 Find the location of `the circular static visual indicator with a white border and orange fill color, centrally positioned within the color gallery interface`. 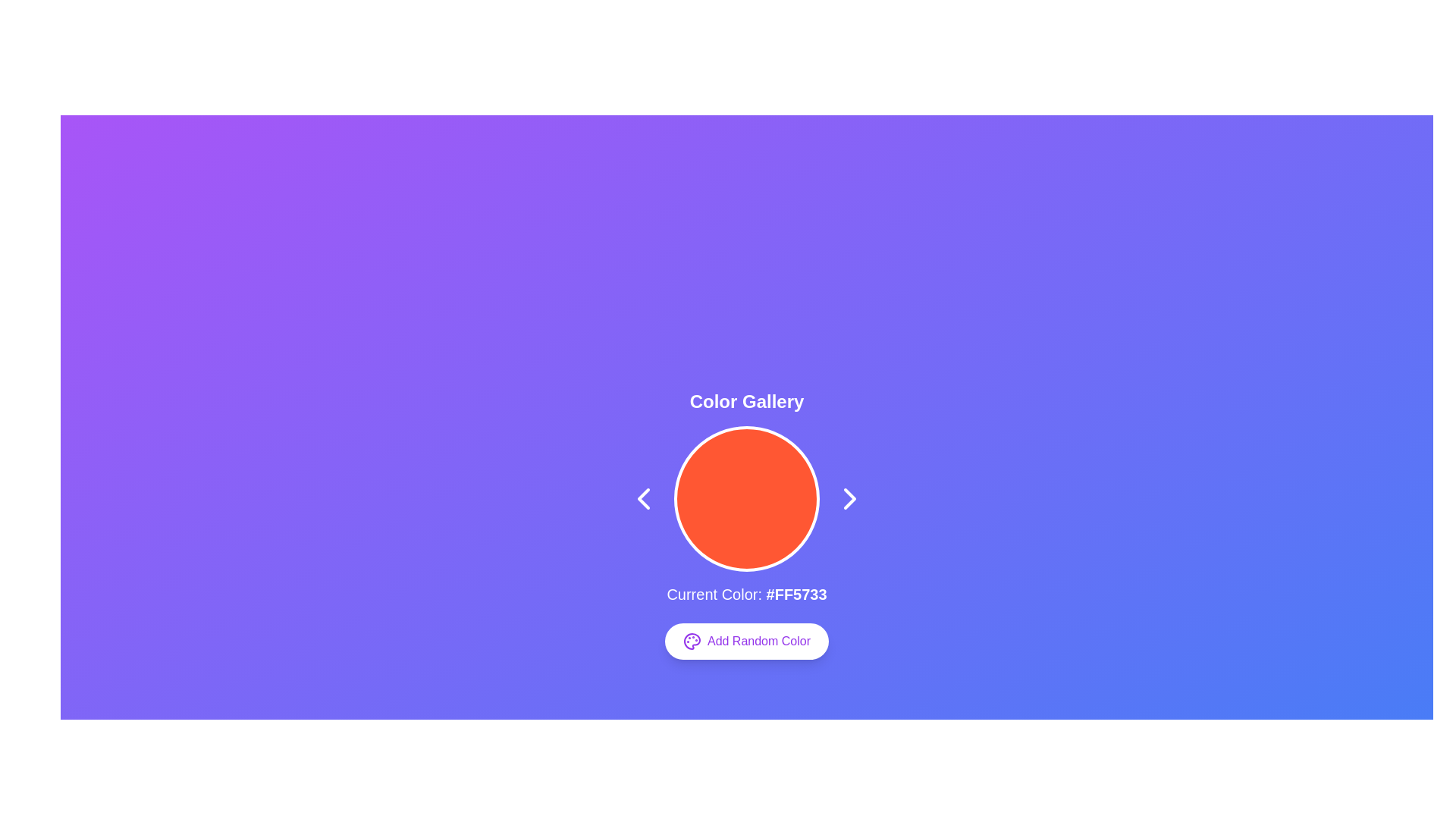

the circular static visual indicator with a white border and orange fill color, centrally positioned within the color gallery interface is located at coordinates (746, 499).